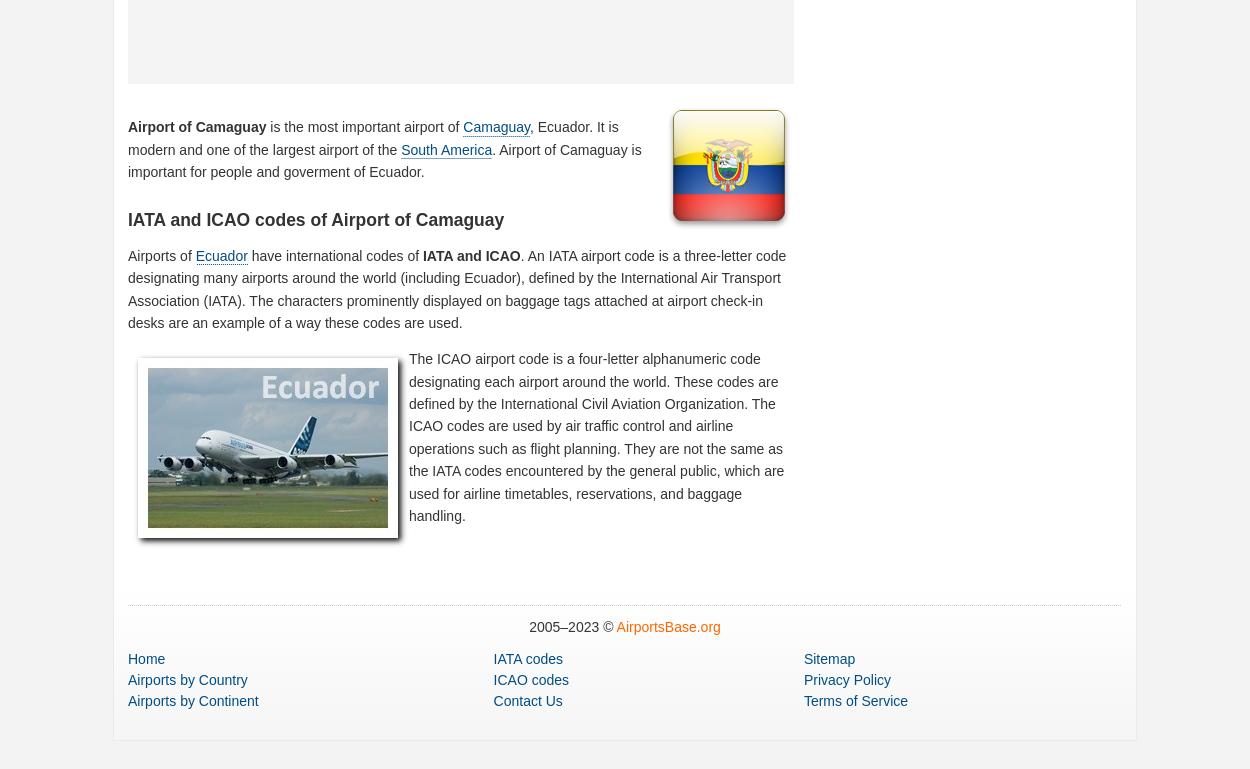 This screenshot has width=1250, height=769. I want to click on ', Ecuador.
It is modern and one of the largest airport of the', so click(372, 137).